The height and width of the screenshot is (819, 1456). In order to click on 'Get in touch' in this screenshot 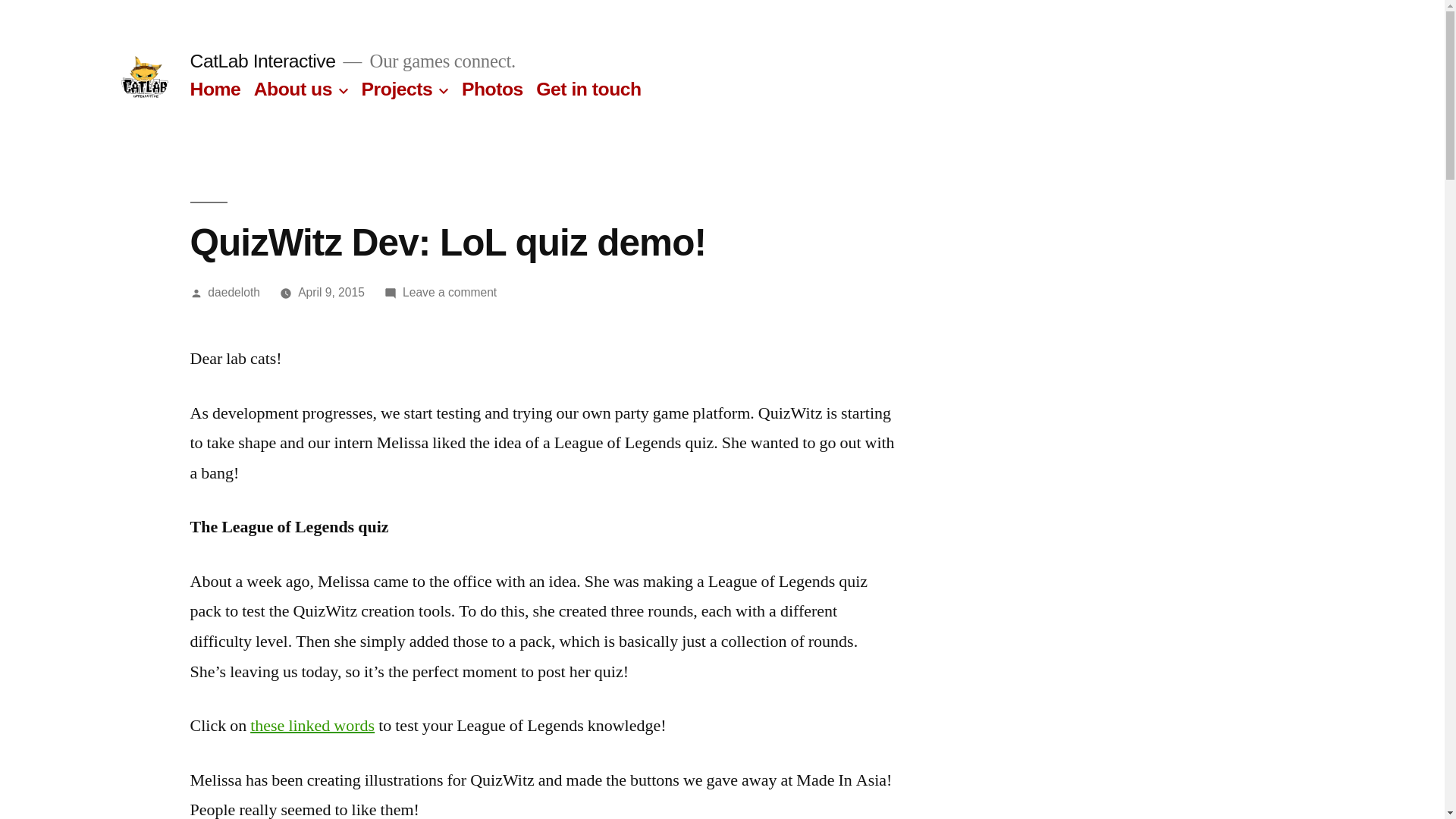, I will do `click(588, 89)`.